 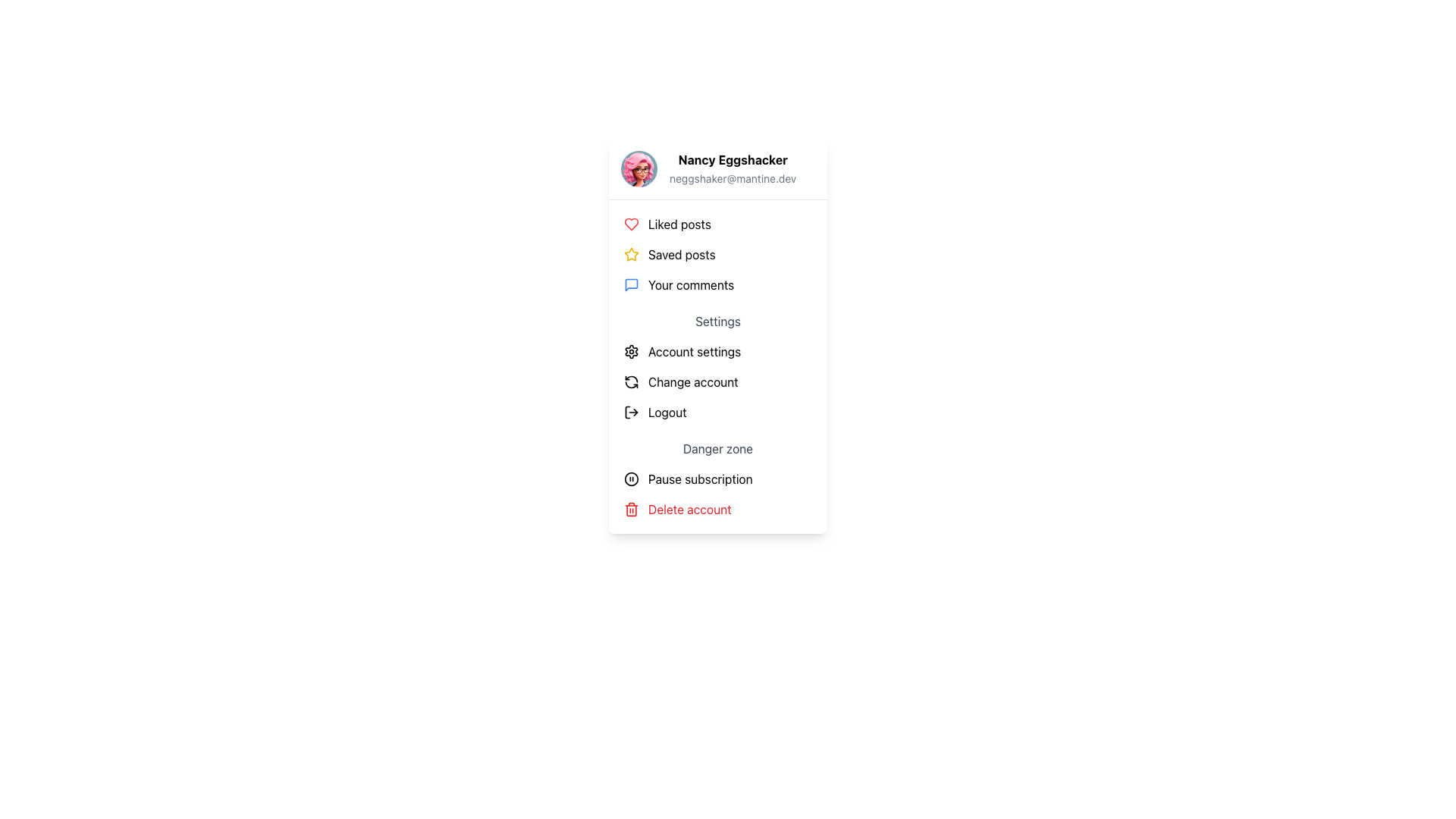 I want to click on the 'Pause subscription' button, so click(x=717, y=479).